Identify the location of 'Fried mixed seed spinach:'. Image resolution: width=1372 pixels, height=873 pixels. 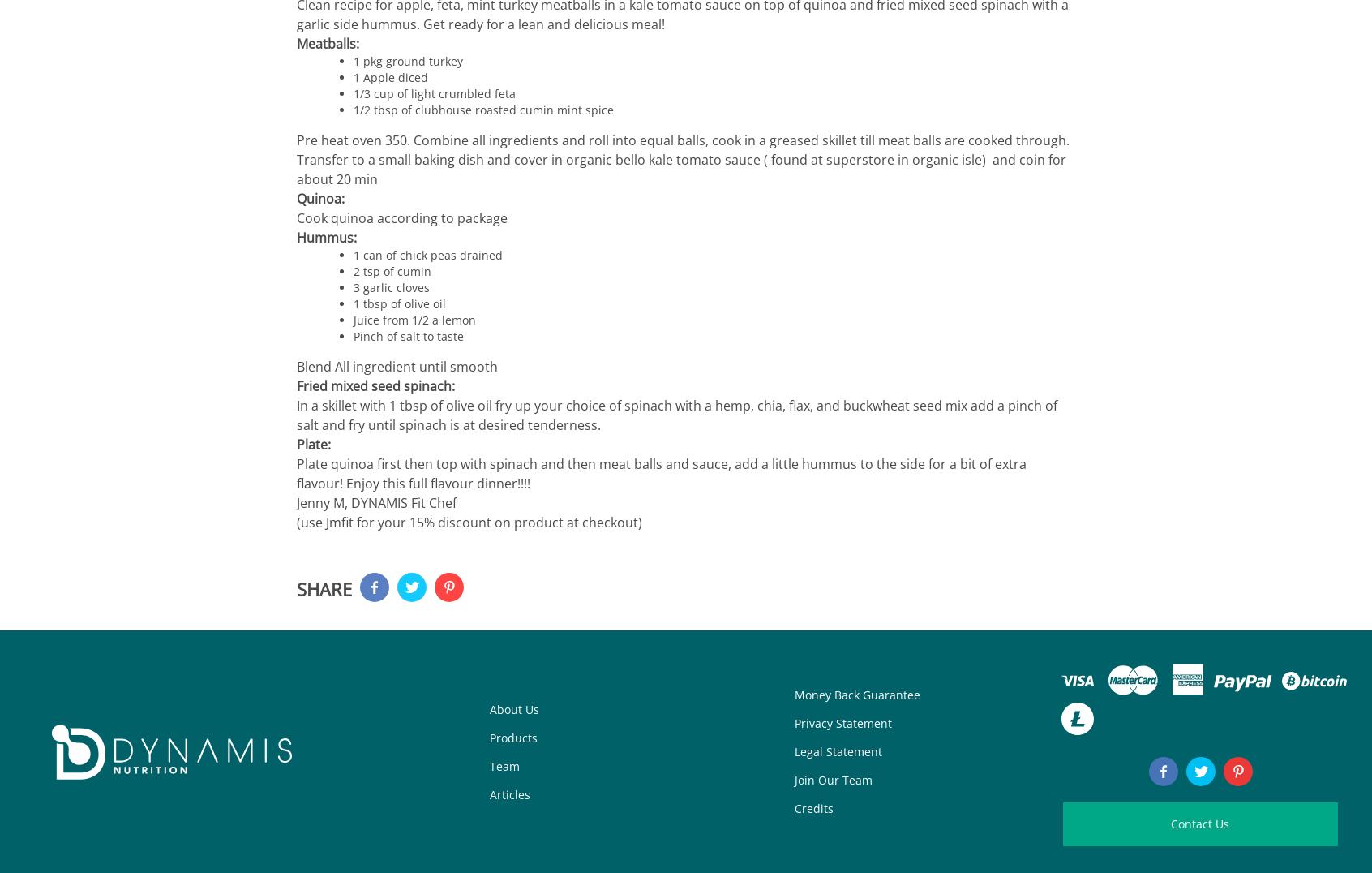
(375, 385).